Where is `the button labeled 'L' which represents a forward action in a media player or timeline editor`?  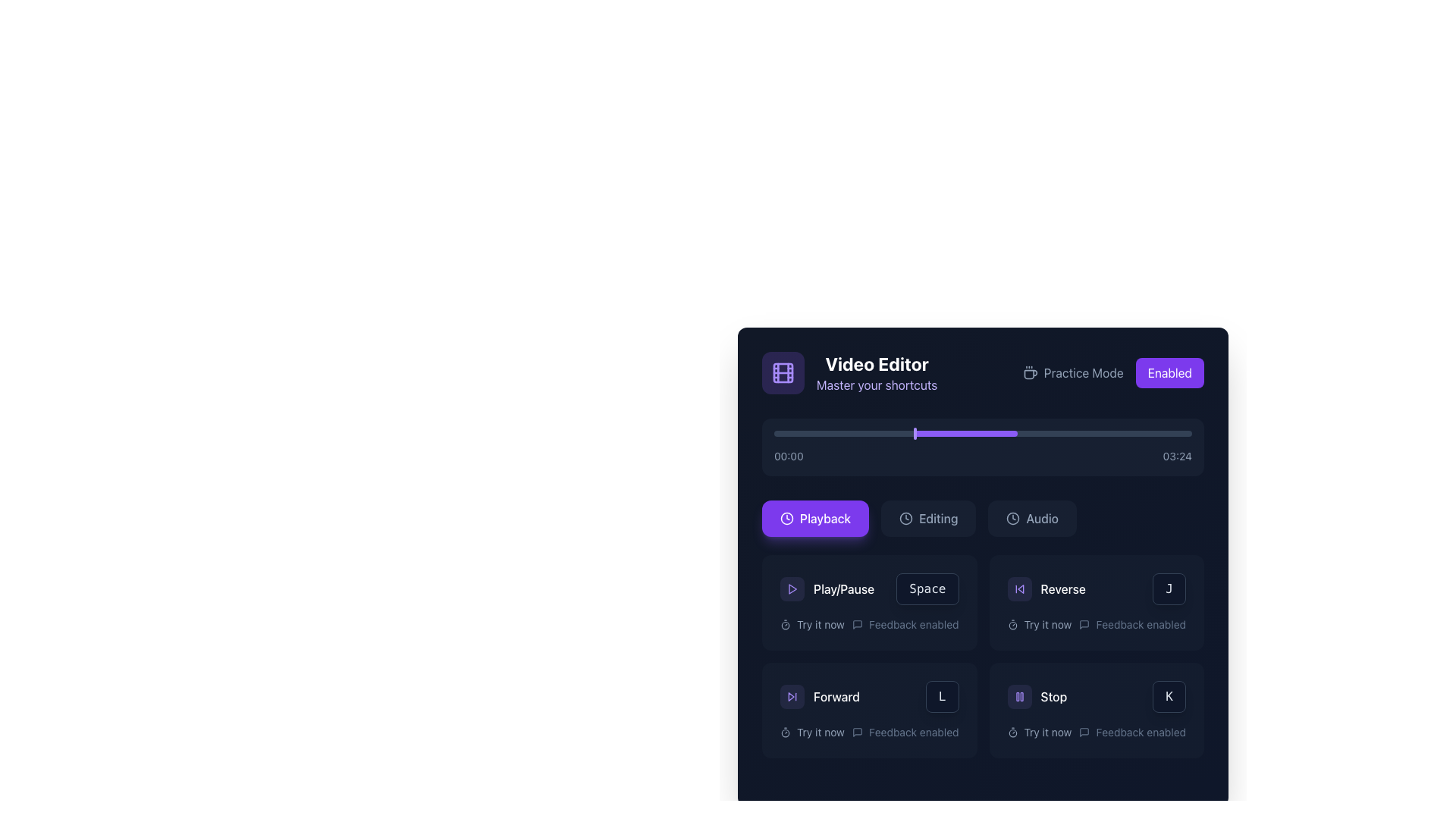 the button labeled 'L' which represents a forward action in a media player or timeline editor is located at coordinates (869, 696).